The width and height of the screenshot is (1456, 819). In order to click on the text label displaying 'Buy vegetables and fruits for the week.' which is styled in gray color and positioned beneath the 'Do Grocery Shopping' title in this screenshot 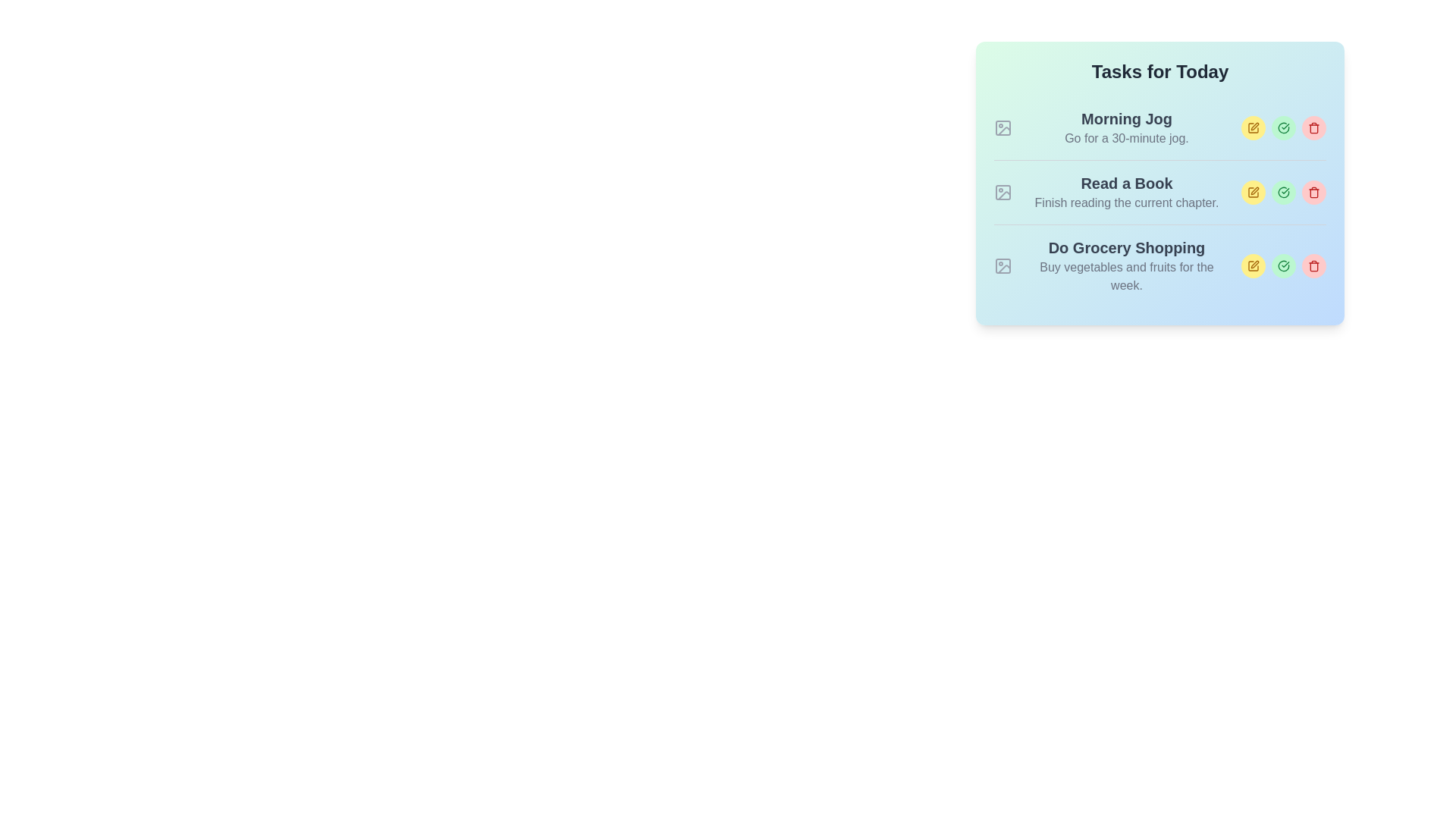, I will do `click(1127, 277)`.